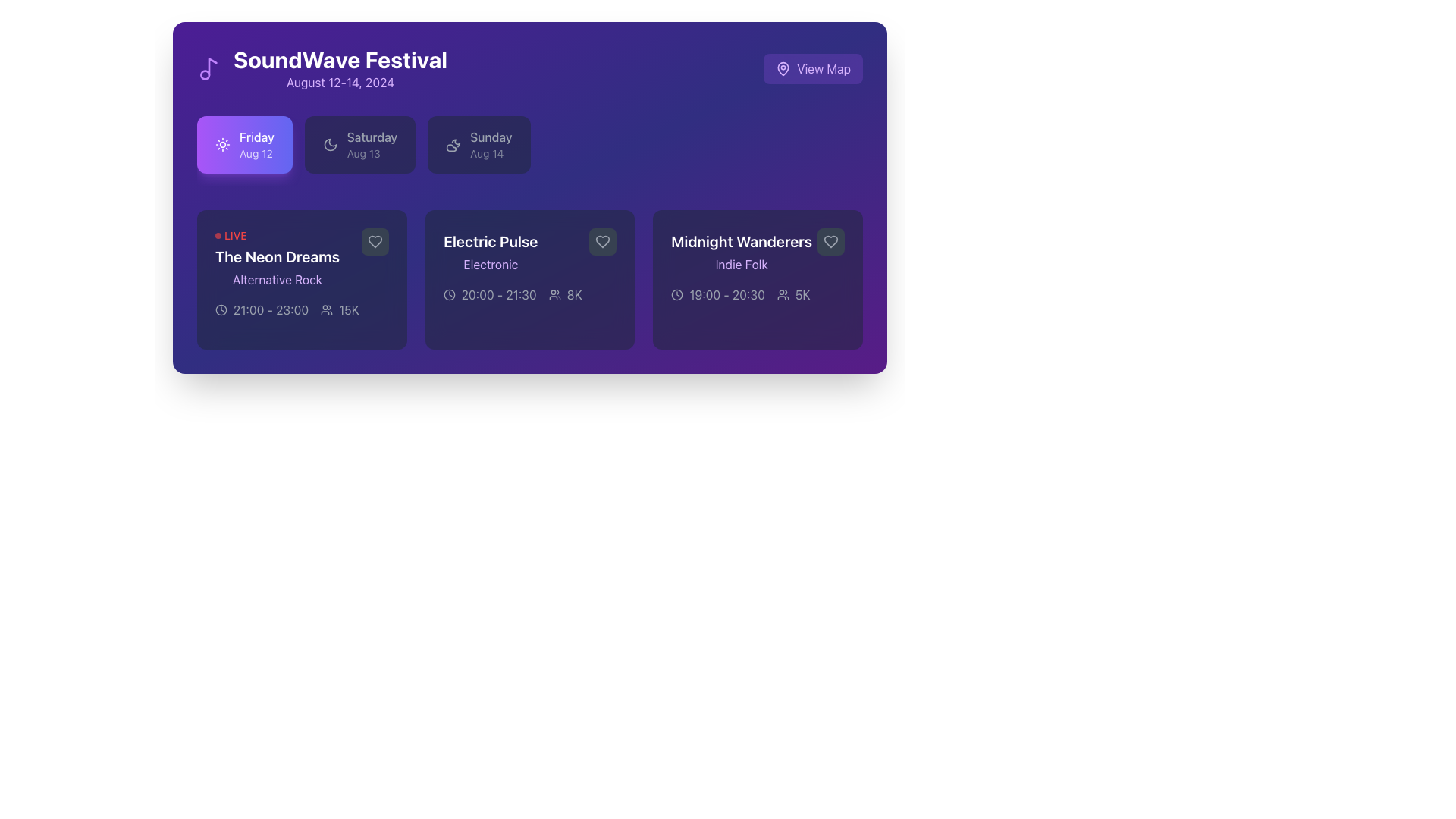 The image size is (1456, 819). What do you see at coordinates (359, 145) in the screenshot?
I see `the button representing Saturday, Aug 13` at bounding box center [359, 145].